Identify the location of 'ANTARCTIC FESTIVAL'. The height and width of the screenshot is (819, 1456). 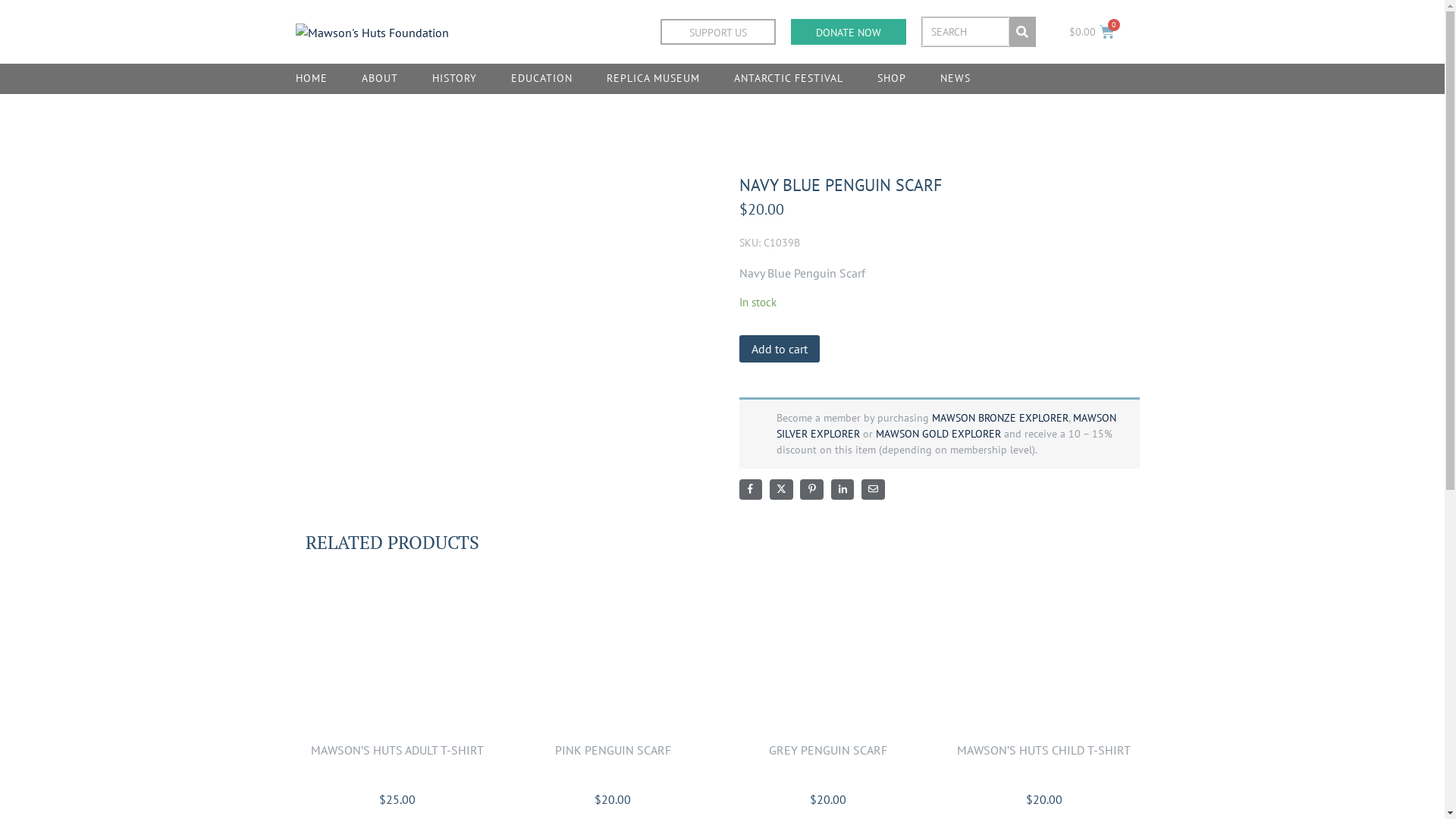
(789, 79).